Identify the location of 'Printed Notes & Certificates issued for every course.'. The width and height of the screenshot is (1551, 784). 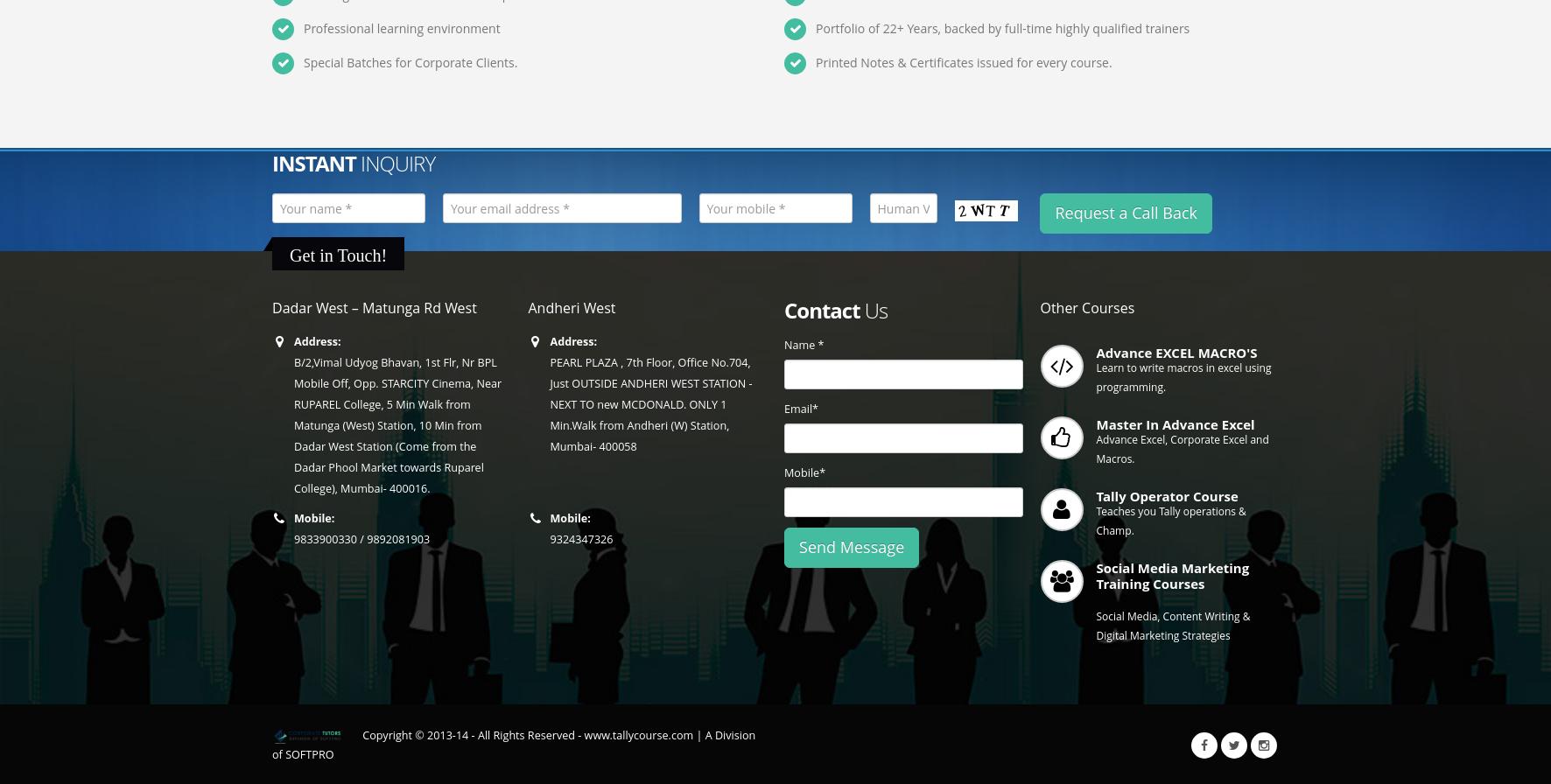
(963, 62).